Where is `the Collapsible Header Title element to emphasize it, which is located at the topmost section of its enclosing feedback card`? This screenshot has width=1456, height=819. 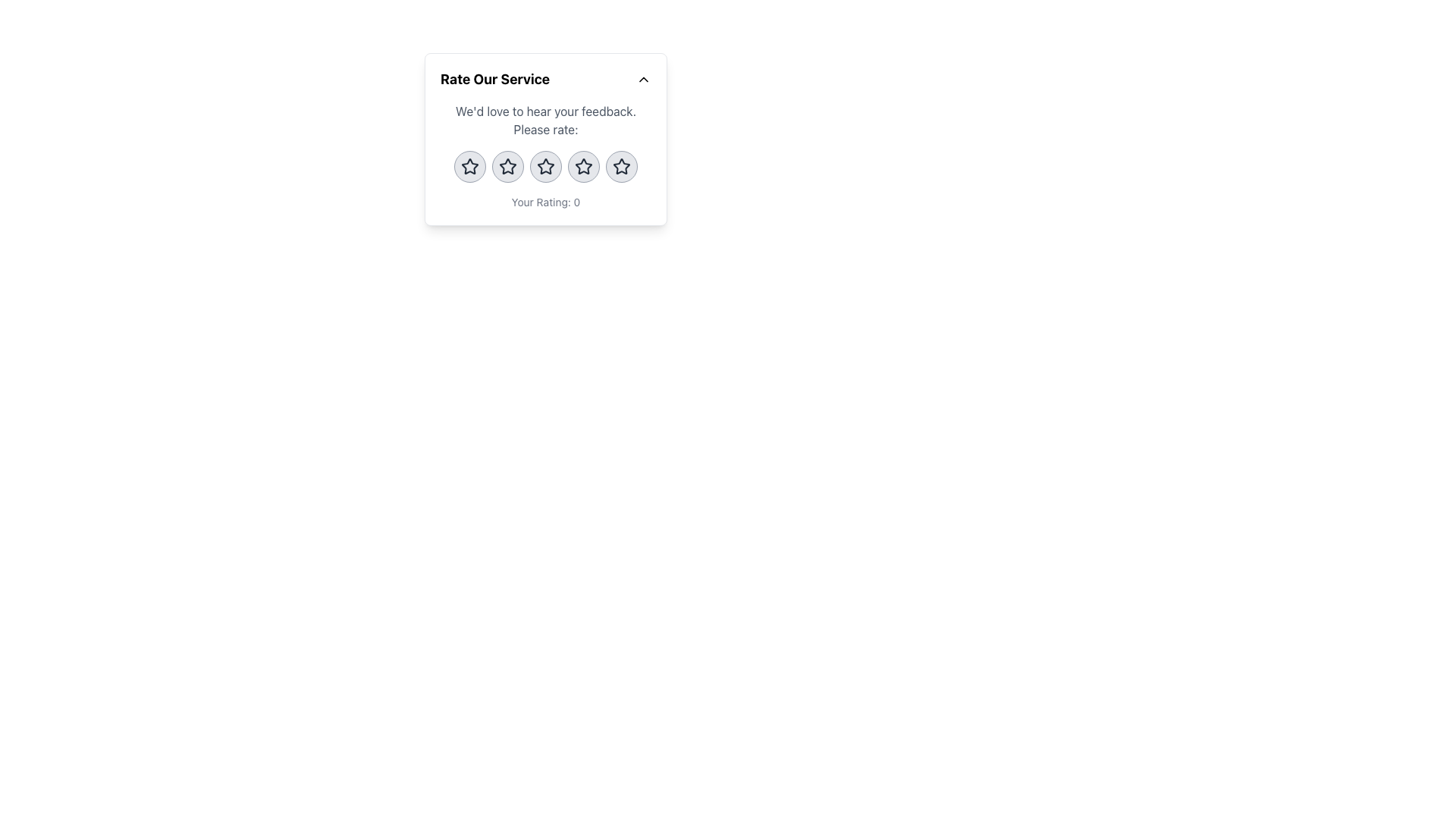 the Collapsible Header Title element to emphasize it, which is located at the topmost section of its enclosing feedback card is located at coordinates (546, 79).